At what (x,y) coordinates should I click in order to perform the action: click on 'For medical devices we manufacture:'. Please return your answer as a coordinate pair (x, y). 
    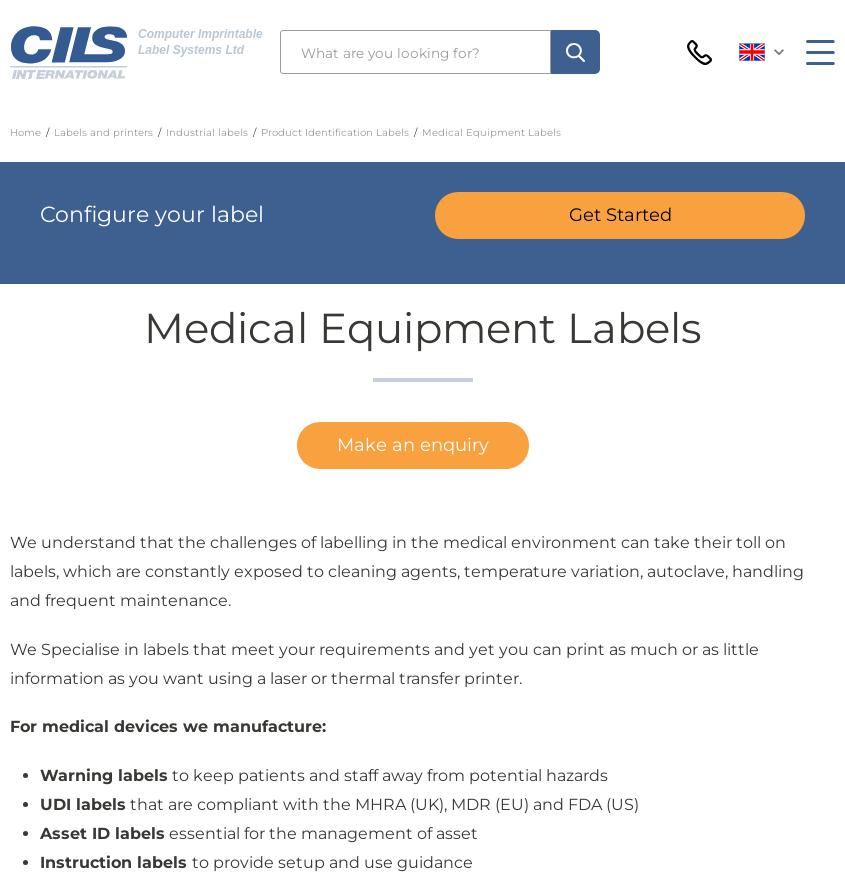
    Looking at the image, I should click on (167, 725).